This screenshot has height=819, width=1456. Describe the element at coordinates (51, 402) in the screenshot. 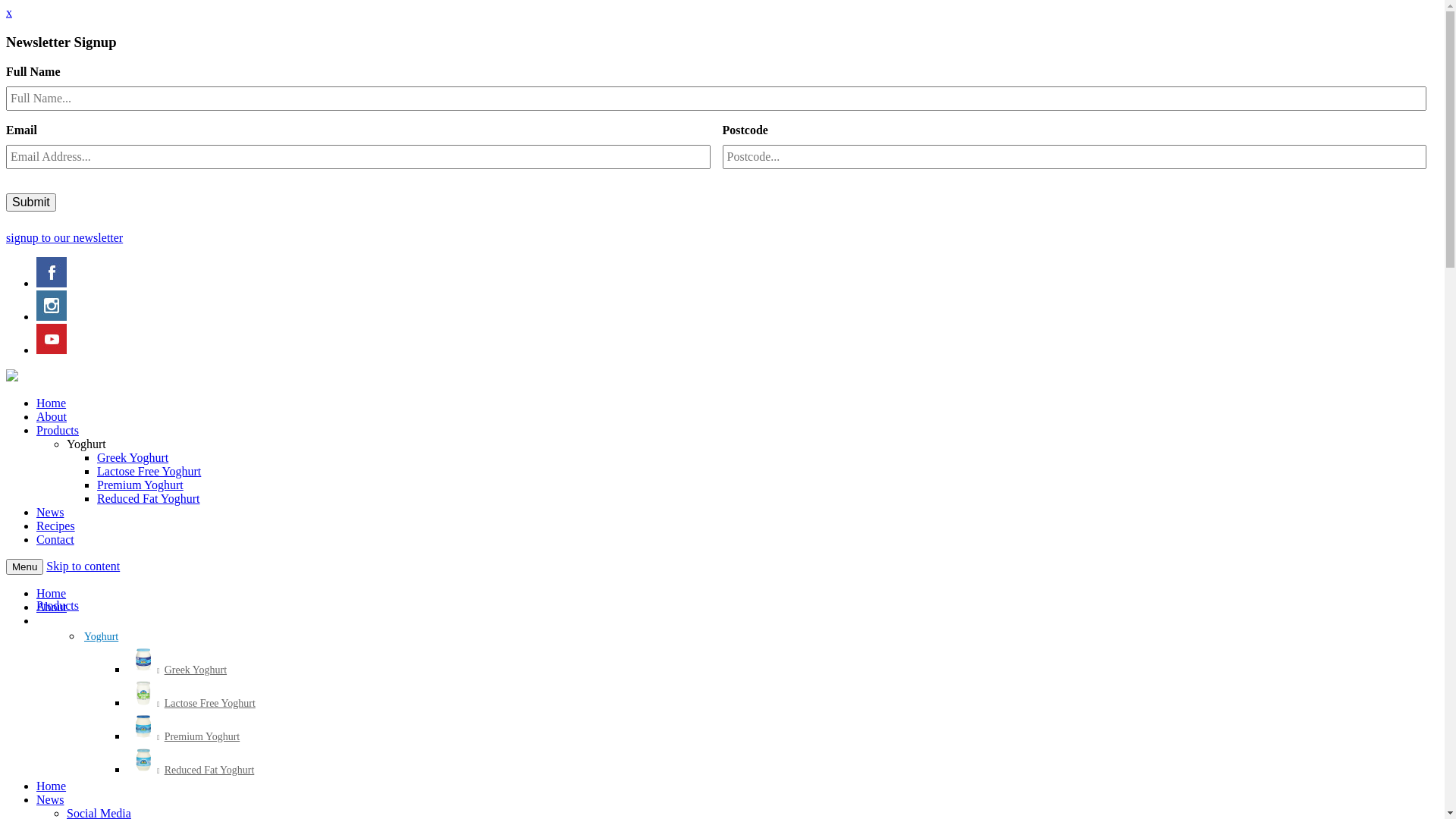

I see `'Home'` at that location.